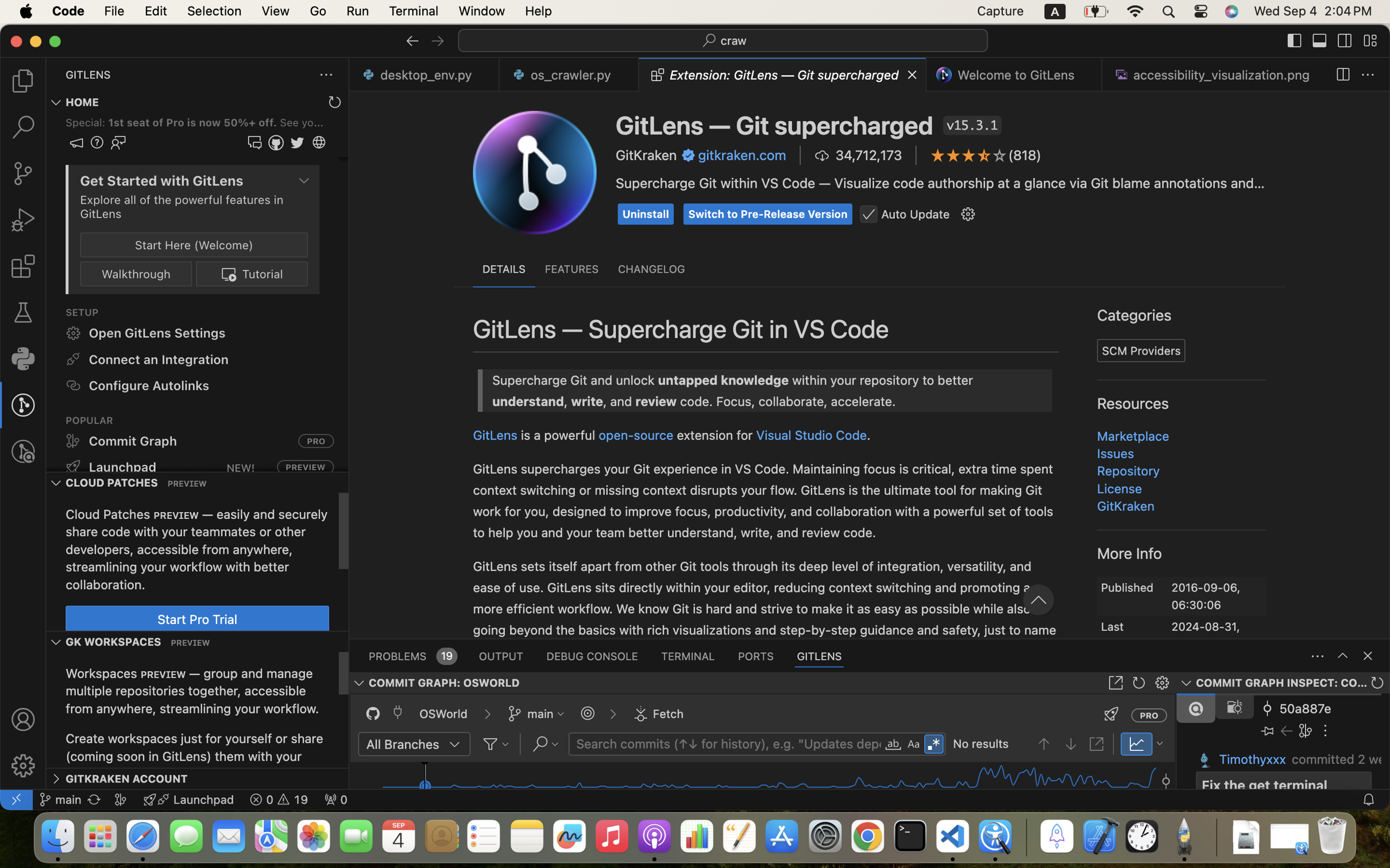 The height and width of the screenshot is (868, 1390). Describe the element at coordinates (1319, 40) in the screenshot. I see `''` at that location.